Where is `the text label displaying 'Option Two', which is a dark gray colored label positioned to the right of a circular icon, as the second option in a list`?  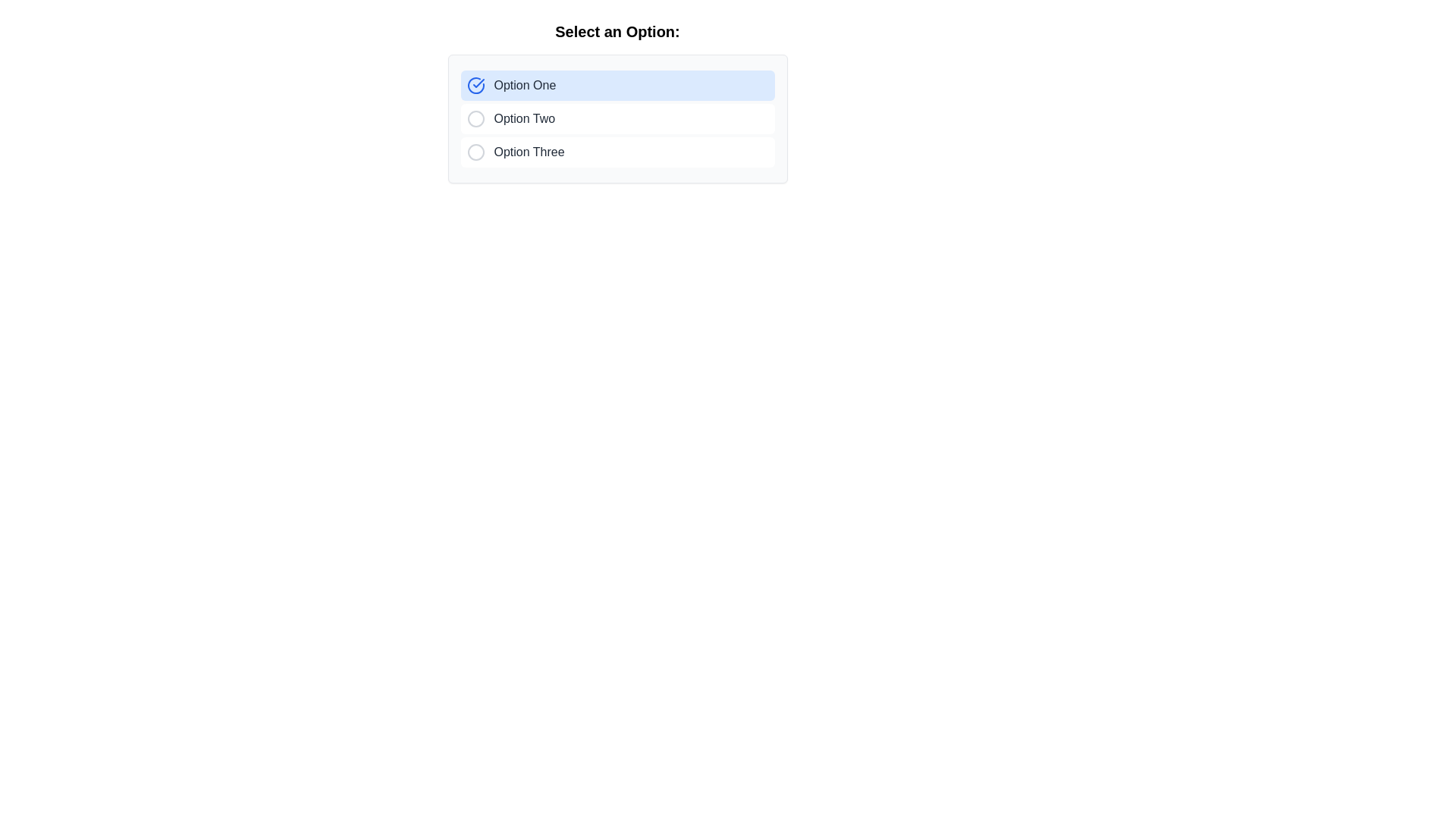
the text label displaying 'Option Two', which is a dark gray colored label positioned to the right of a circular icon, as the second option in a list is located at coordinates (524, 118).